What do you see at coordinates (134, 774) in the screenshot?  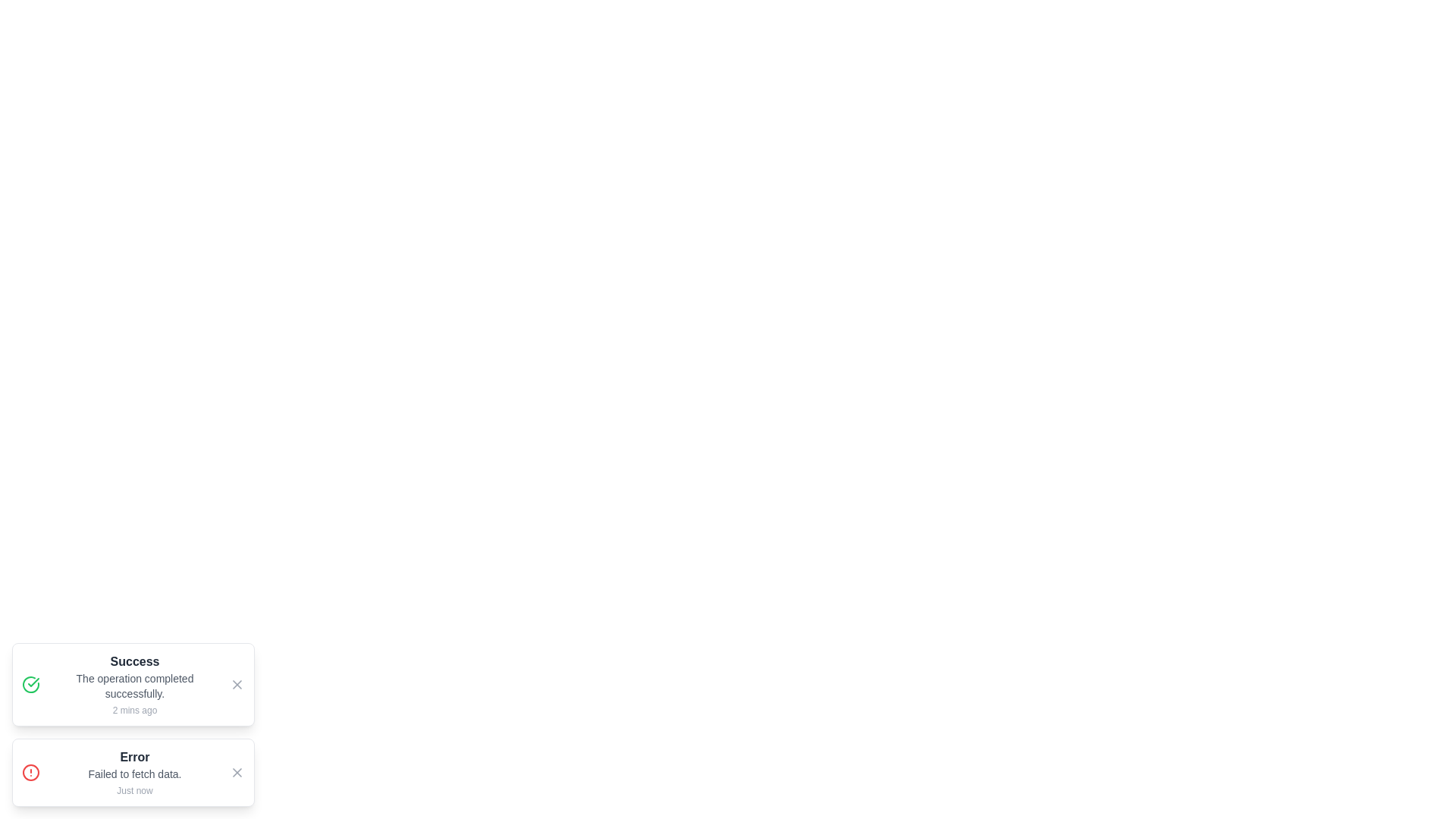 I see `the second text label that displays an error message related to data fetching, located below the title 'Error' and above the timestamp 'Just now'` at bounding box center [134, 774].